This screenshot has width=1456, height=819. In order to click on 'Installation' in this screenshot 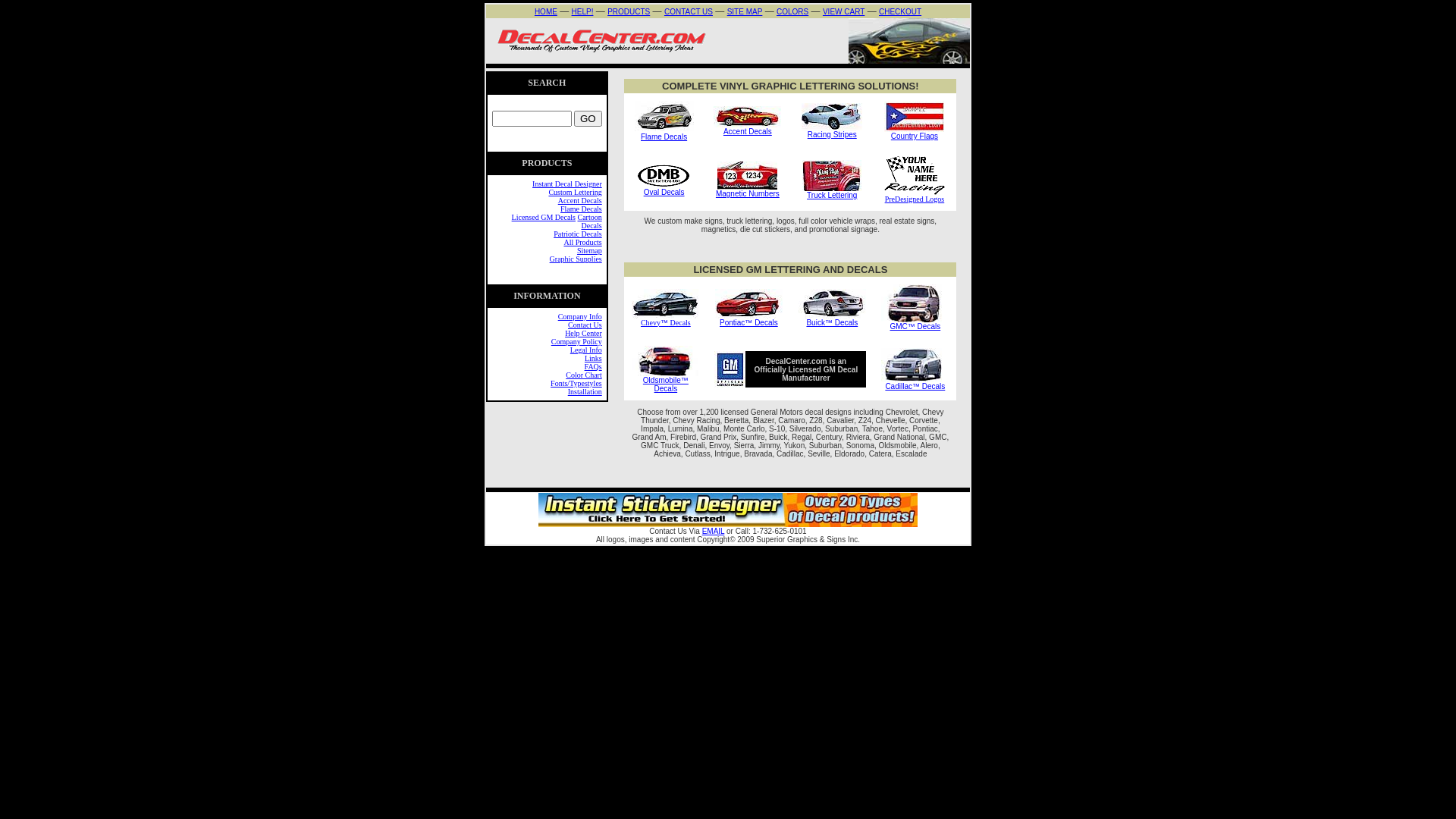, I will do `click(584, 391)`.